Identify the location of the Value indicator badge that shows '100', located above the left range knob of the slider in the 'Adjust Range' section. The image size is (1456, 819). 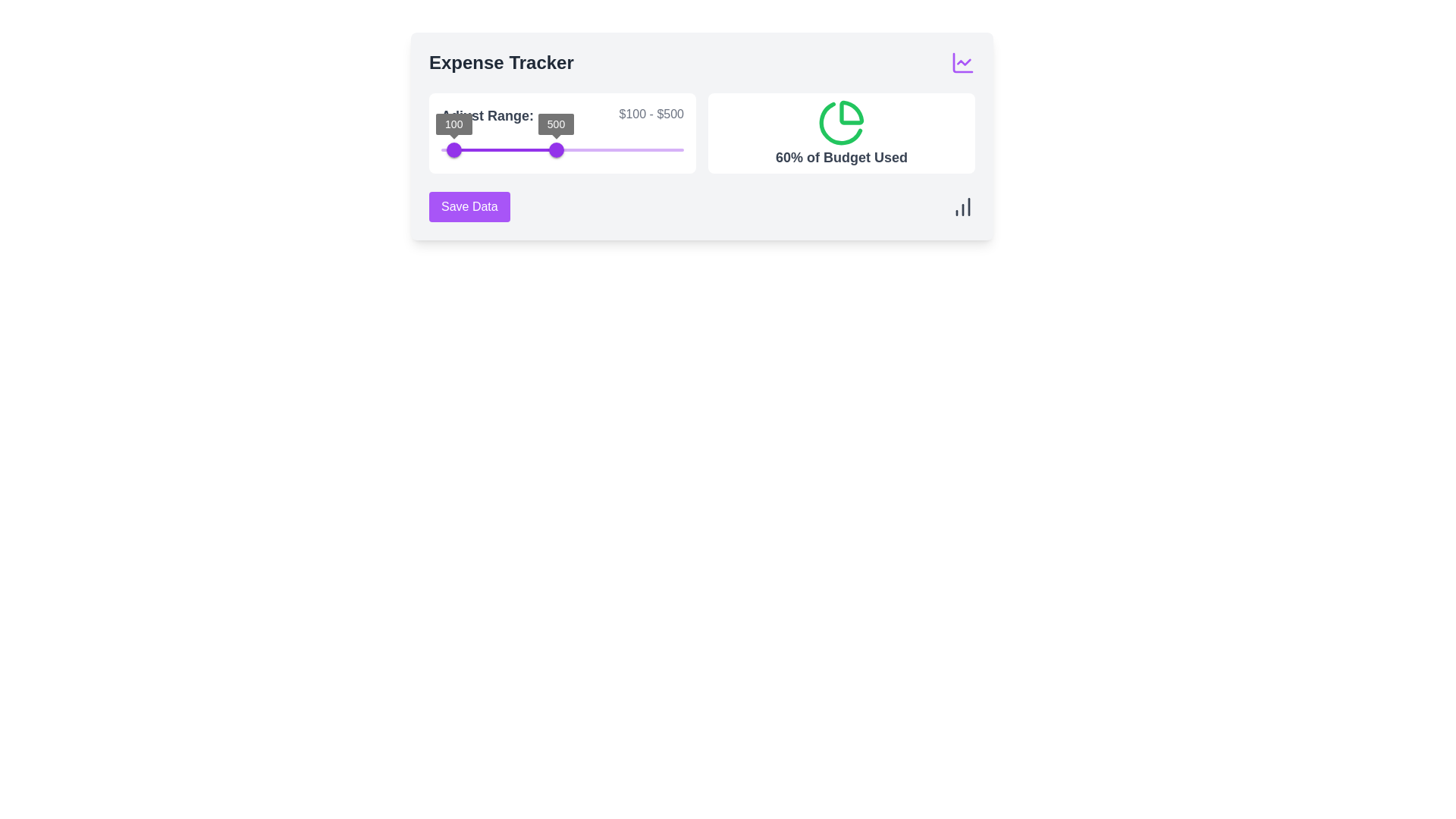
(453, 123).